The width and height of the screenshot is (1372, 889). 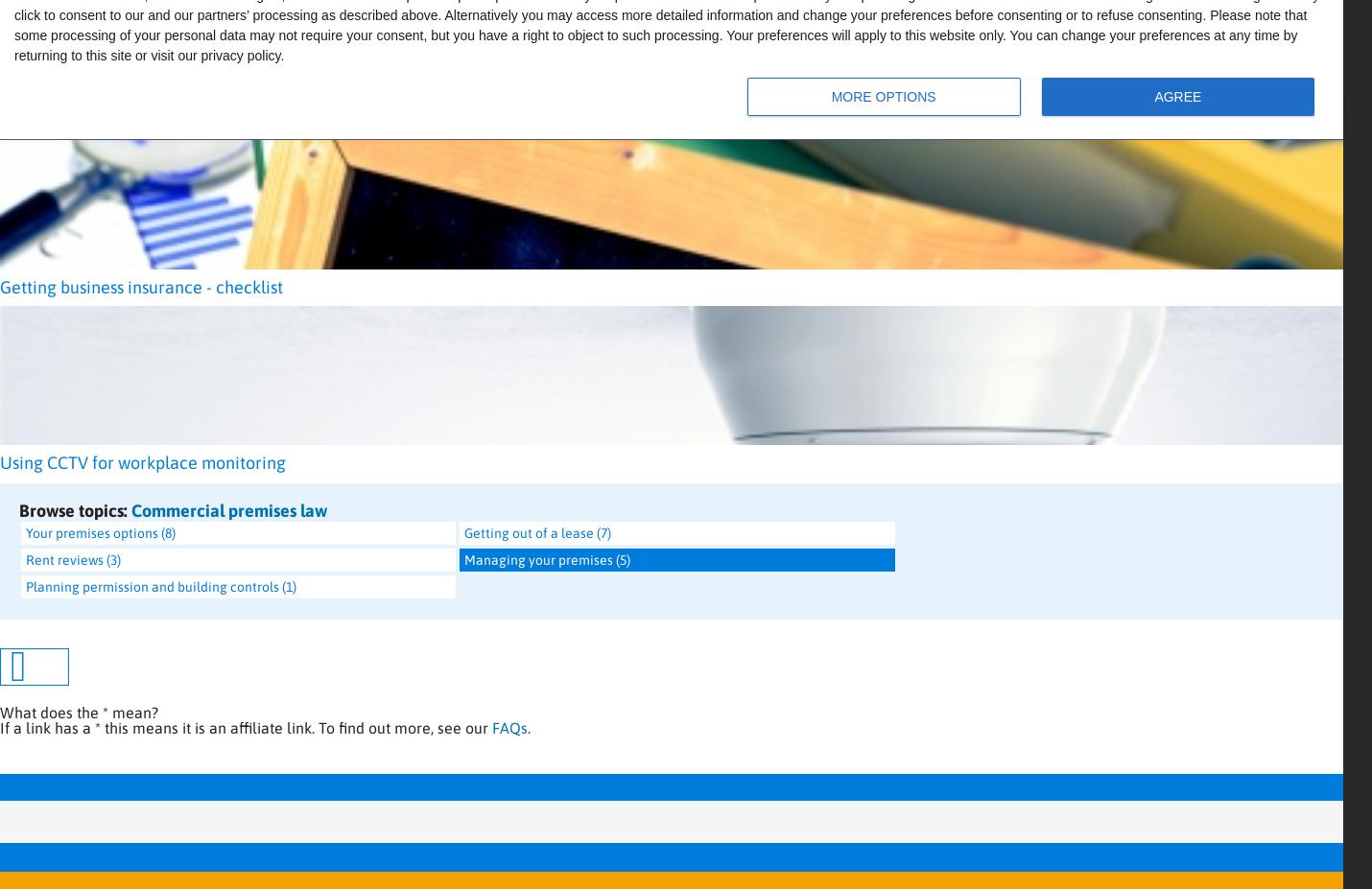 What do you see at coordinates (99, 533) in the screenshot?
I see `'Your premises options (8)'` at bounding box center [99, 533].